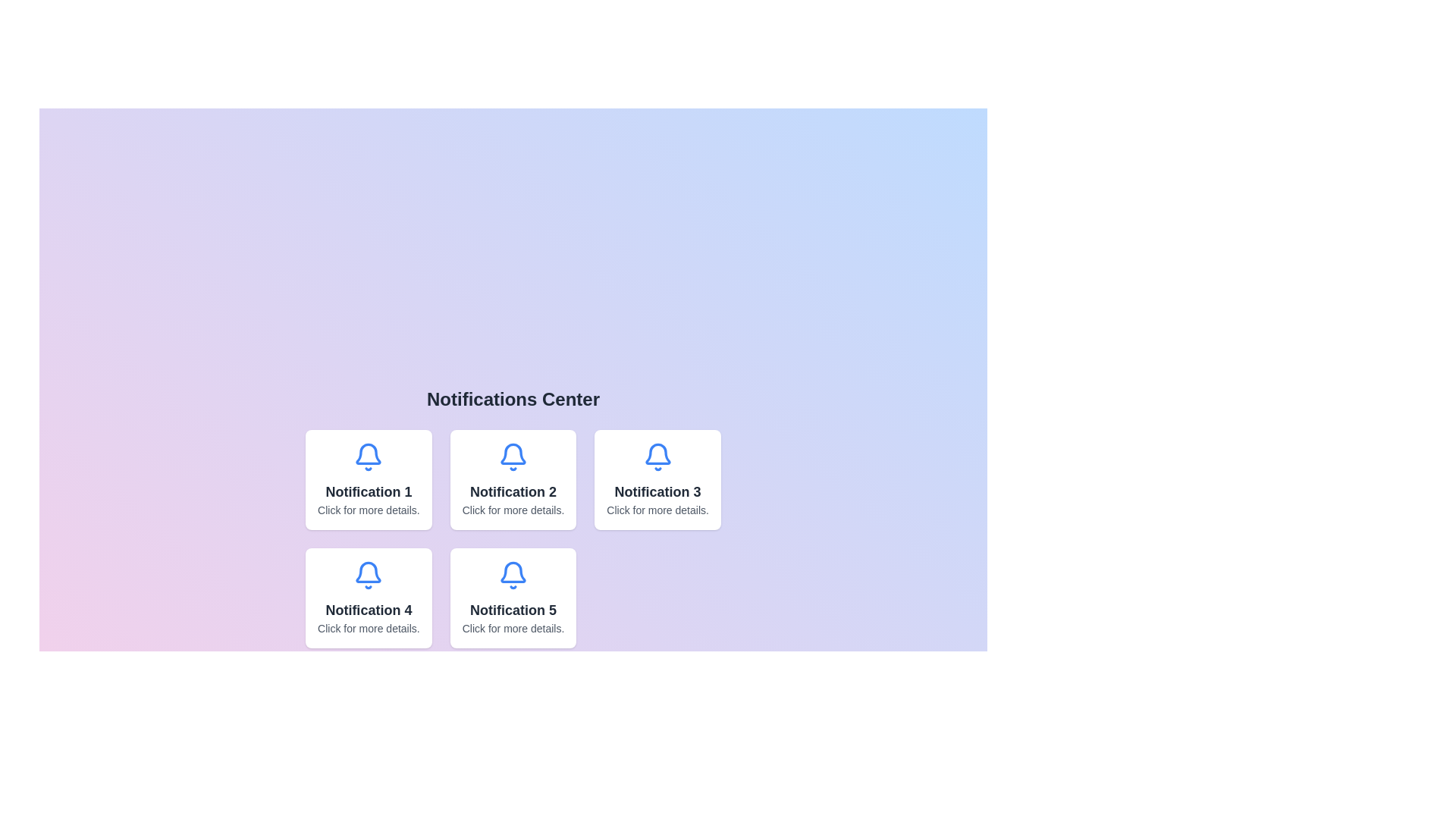 Image resolution: width=1456 pixels, height=819 pixels. What do you see at coordinates (657, 456) in the screenshot?
I see `the blue bell icon representing notifications located inside the 'Notification 3' card, which is the third card in the top row of a 2-row grid of notification cards` at bounding box center [657, 456].